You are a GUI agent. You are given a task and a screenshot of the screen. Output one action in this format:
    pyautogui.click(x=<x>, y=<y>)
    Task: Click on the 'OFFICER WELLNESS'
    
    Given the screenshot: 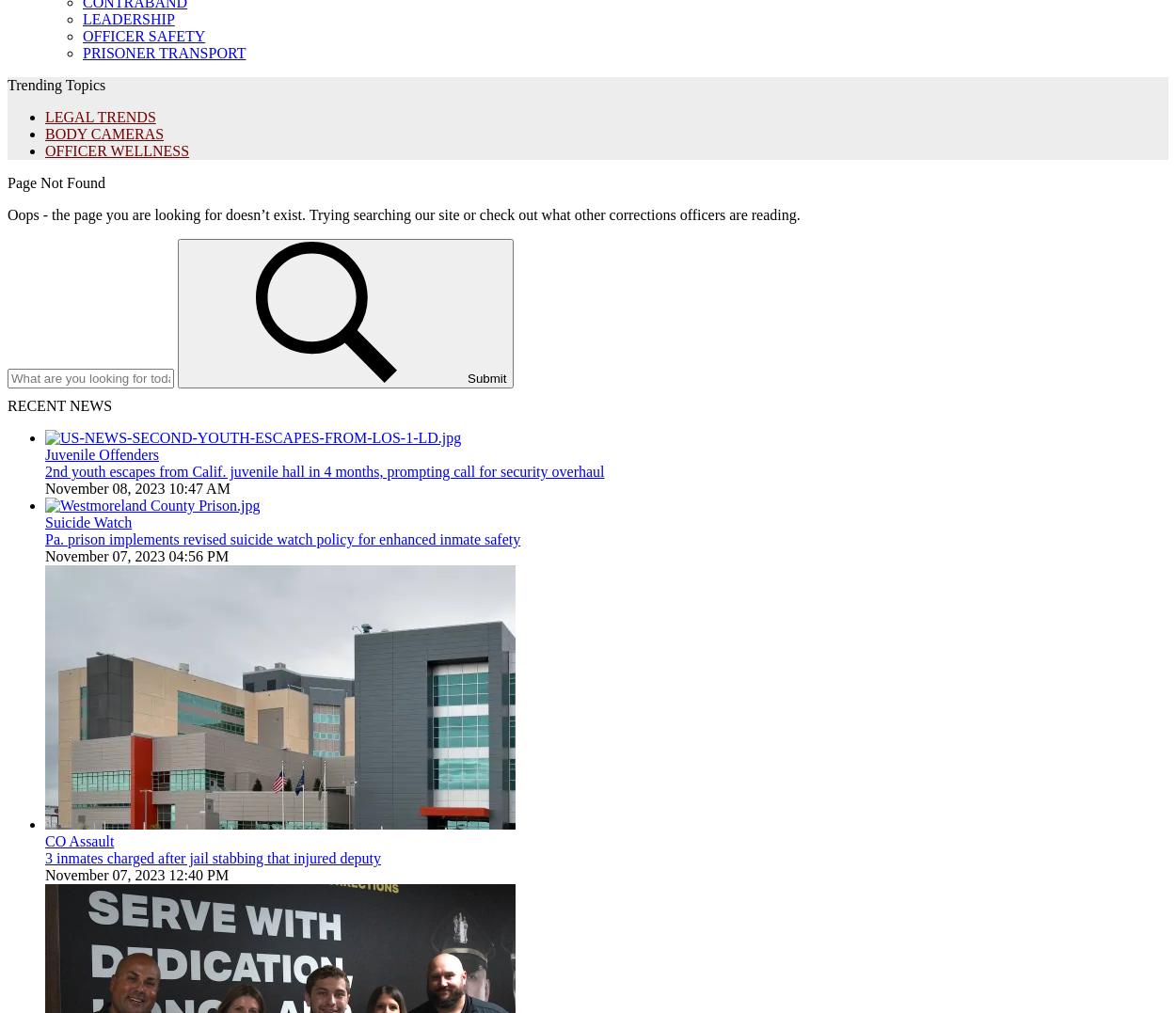 What is the action you would take?
    pyautogui.click(x=116, y=150)
    